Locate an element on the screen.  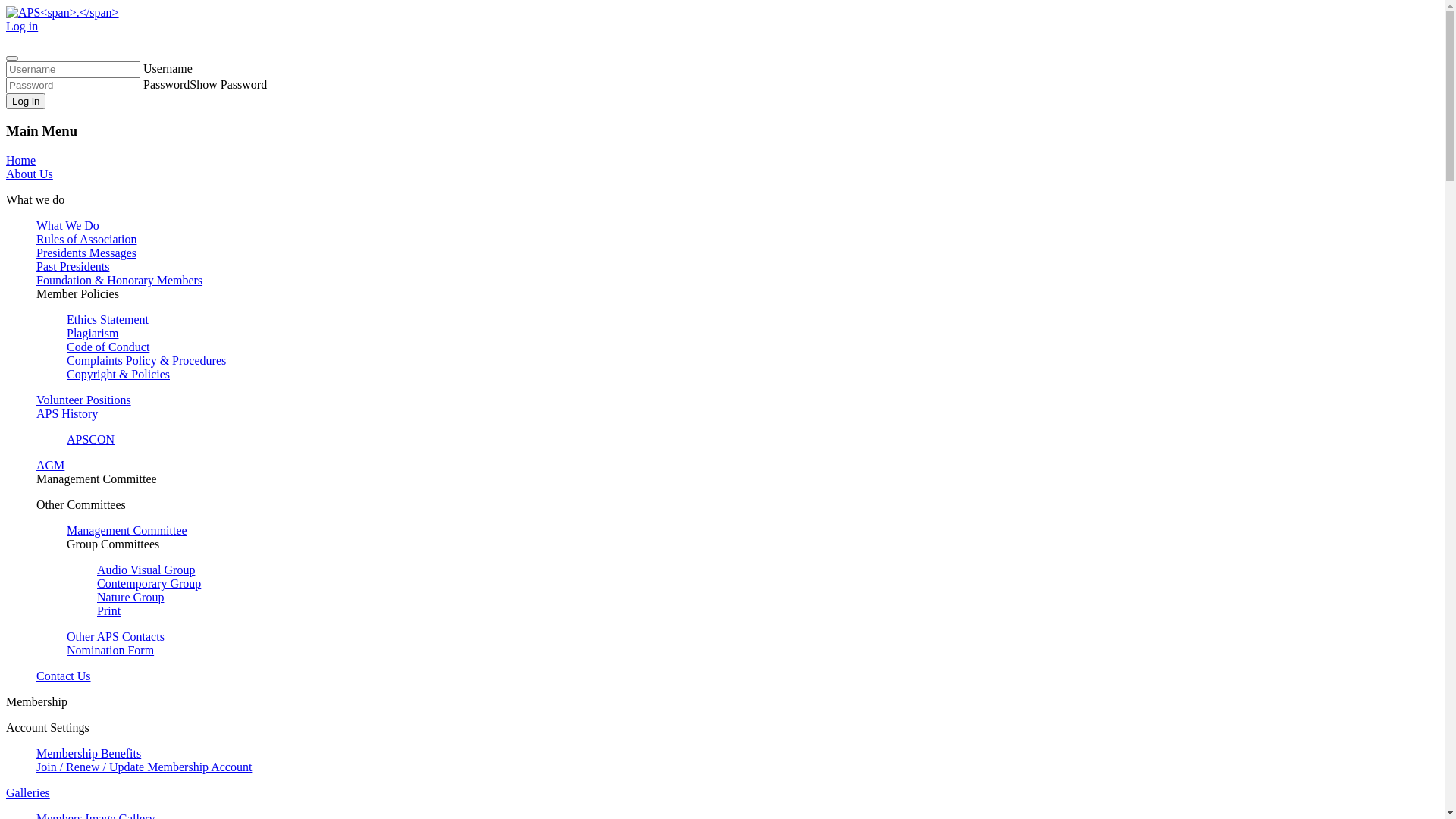
'Volunteer Positions' is located at coordinates (83, 399).